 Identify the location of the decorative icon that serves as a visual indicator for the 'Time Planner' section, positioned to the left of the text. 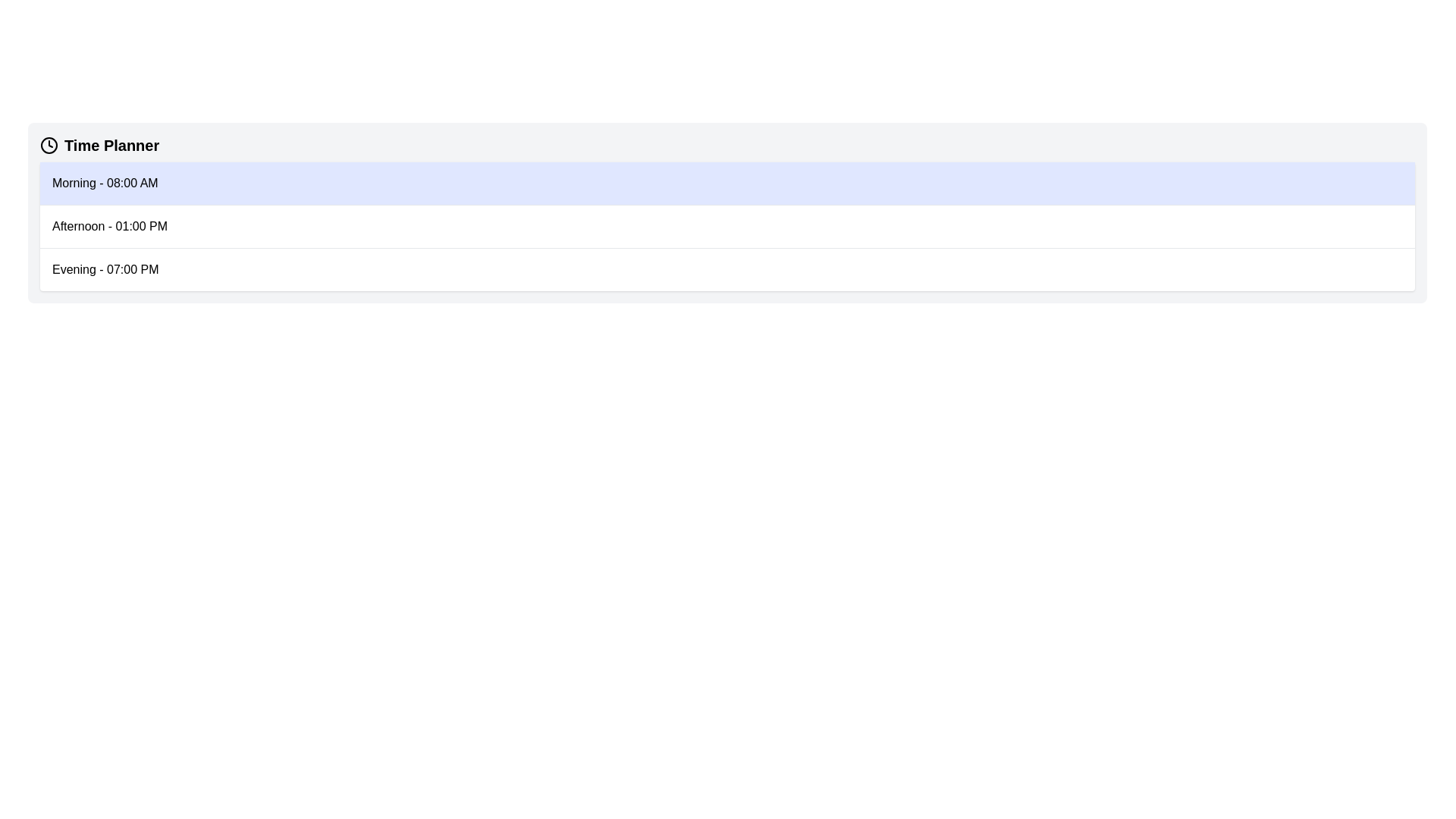
(49, 146).